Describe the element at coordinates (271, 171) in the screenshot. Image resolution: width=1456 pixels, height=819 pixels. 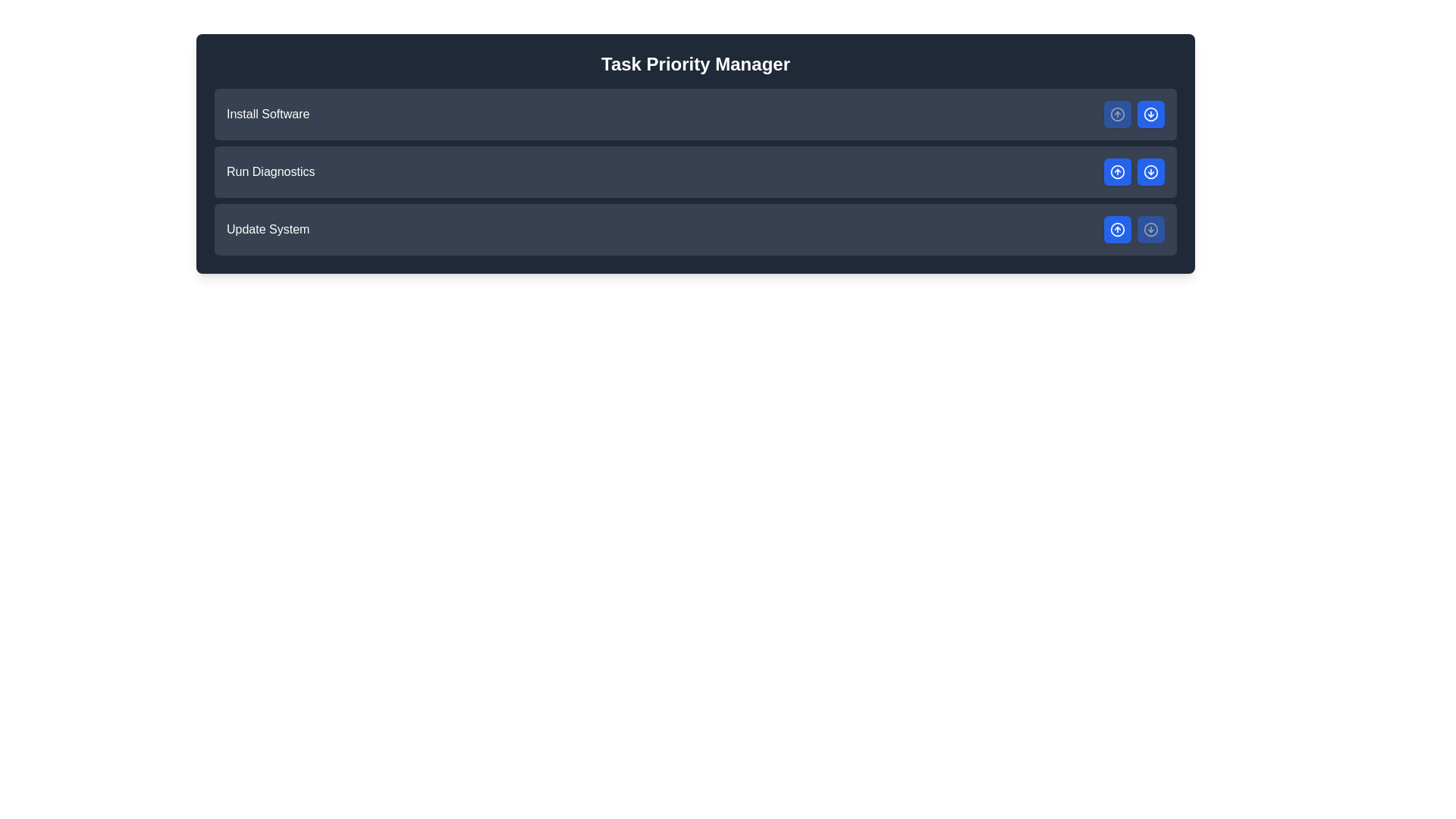
I see `the 'Run Diagnostics' label, which is a text label with a gray background and white text, located in the middle row of a vertical list of three entries` at that location.